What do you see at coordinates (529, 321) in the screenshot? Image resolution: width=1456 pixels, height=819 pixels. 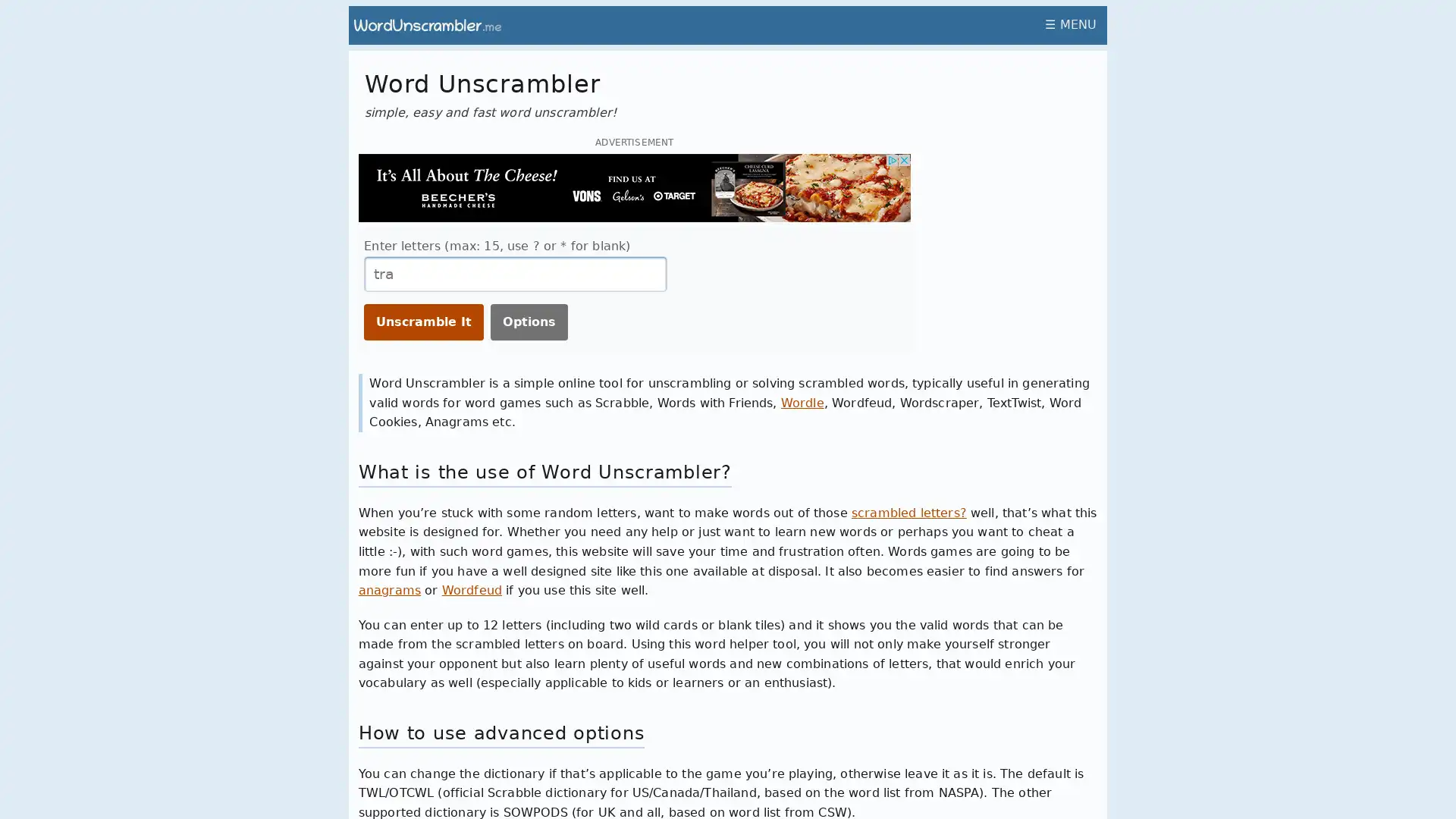 I see `Options` at bounding box center [529, 321].